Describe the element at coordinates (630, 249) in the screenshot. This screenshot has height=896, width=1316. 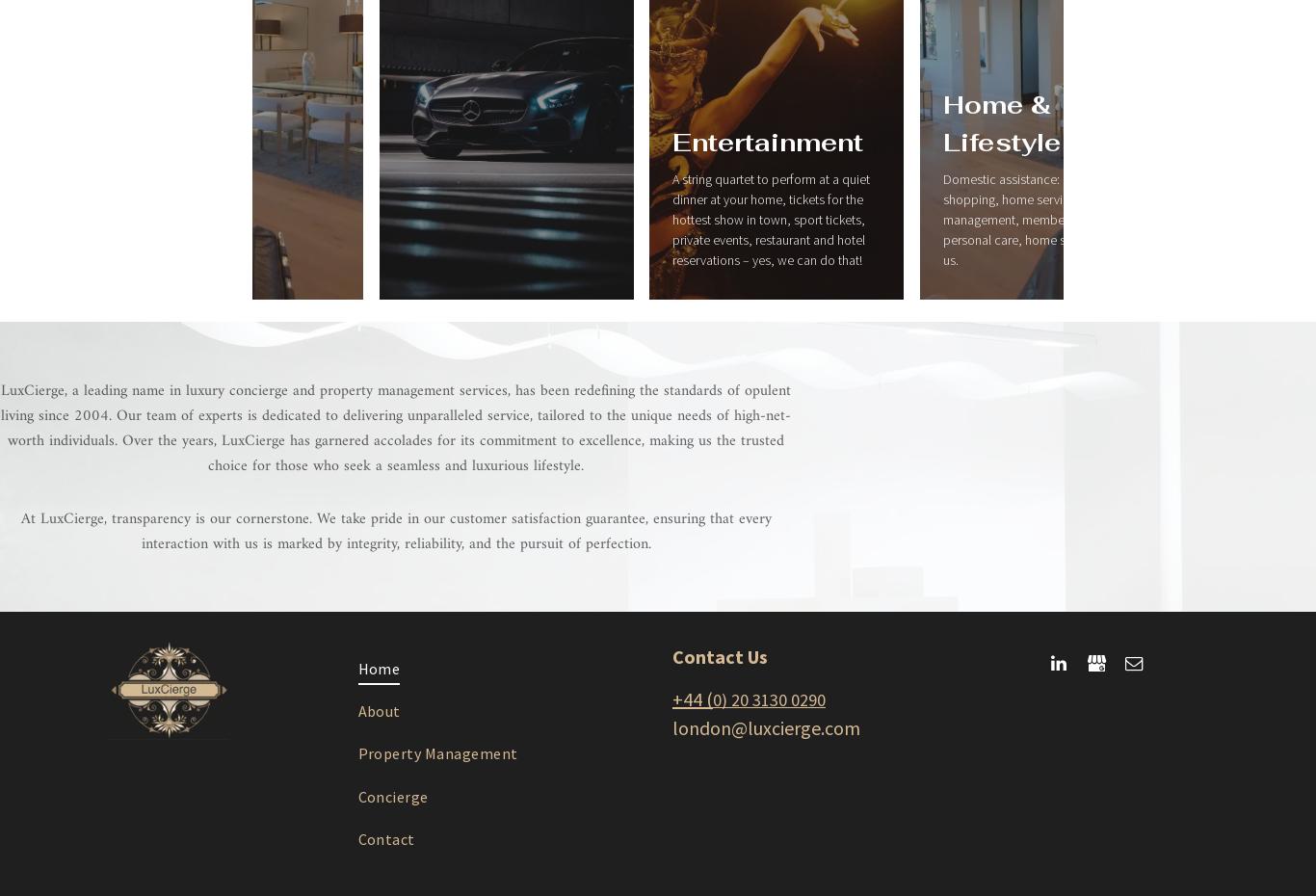
I see `'Business & Travel'` at that location.